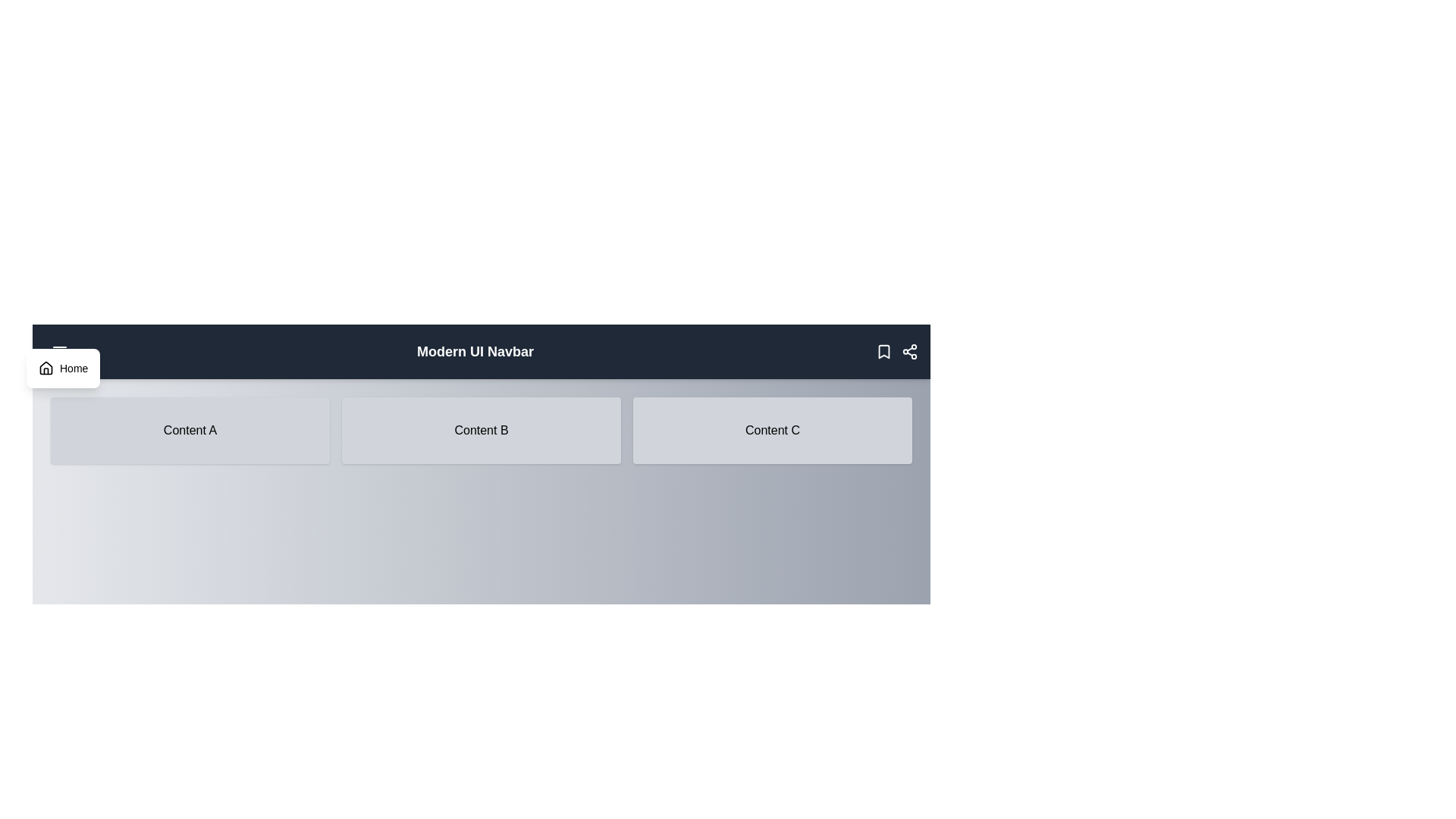  What do you see at coordinates (884, 351) in the screenshot?
I see `the 'Bookmark' icon in the navigation bar` at bounding box center [884, 351].